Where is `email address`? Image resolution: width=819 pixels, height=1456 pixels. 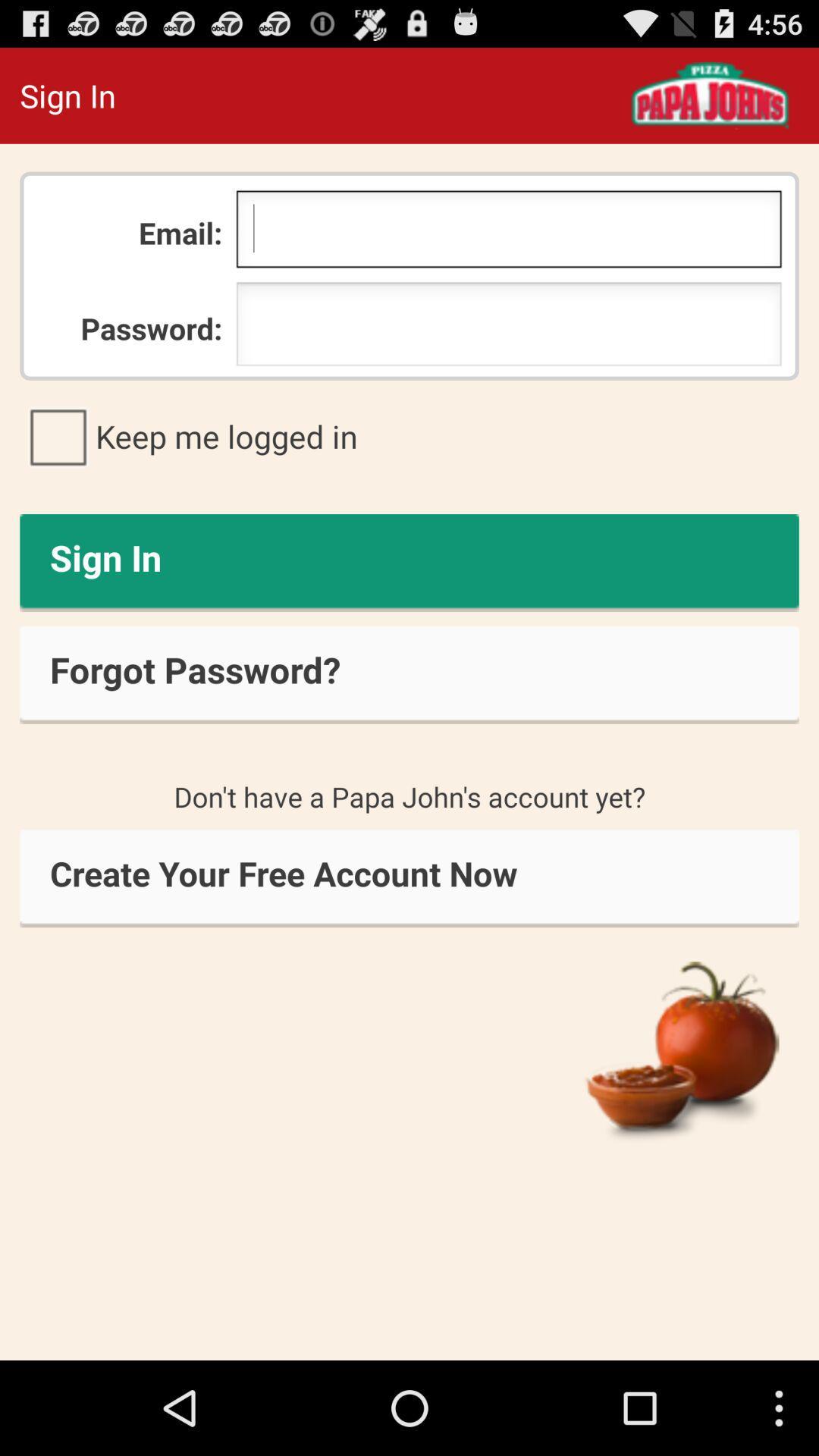 email address is located at coordinates (509, 232).